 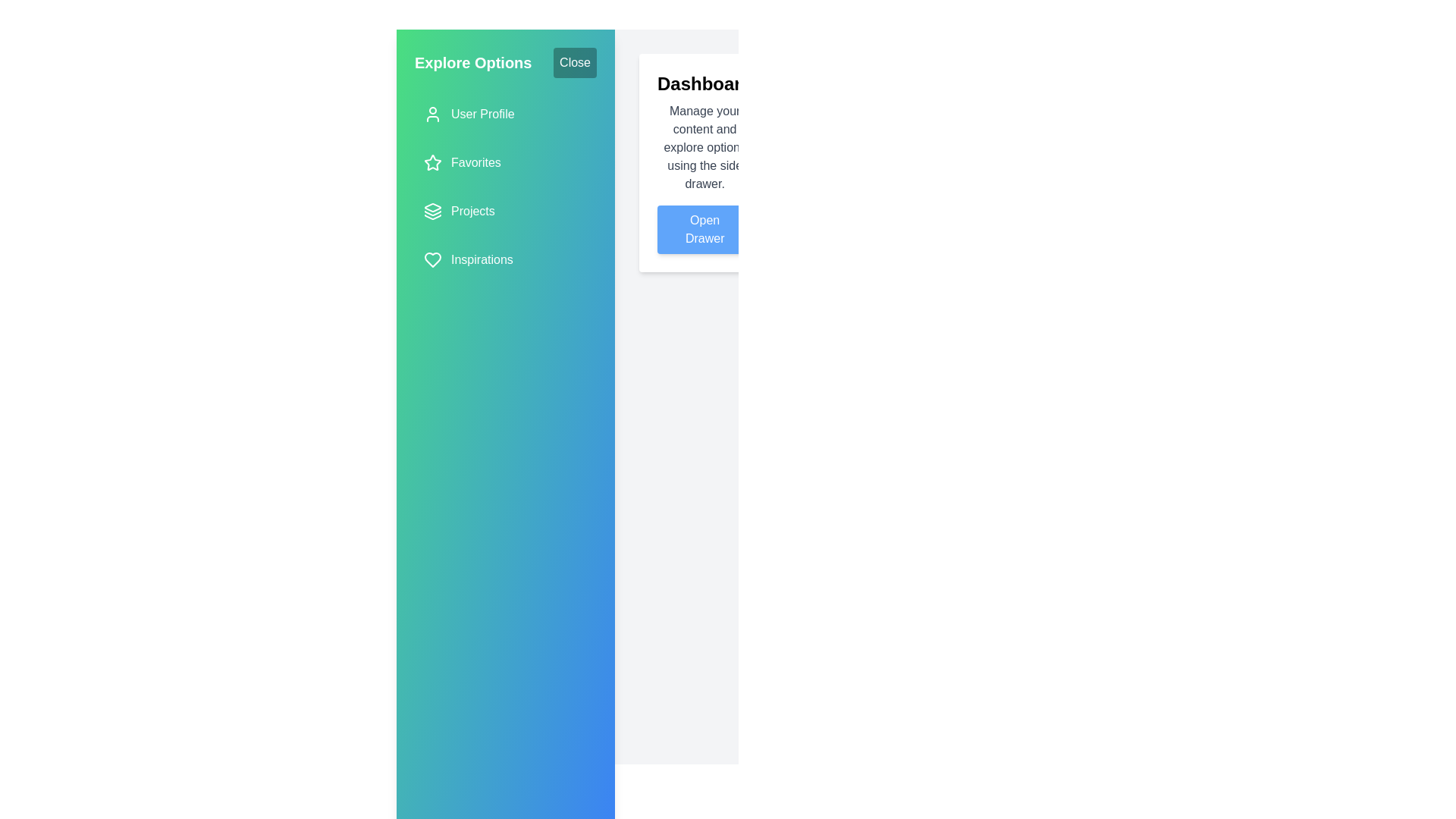 I want to click on the 'Close' button to toggle the drawer closed, so click(x=574, y=62).